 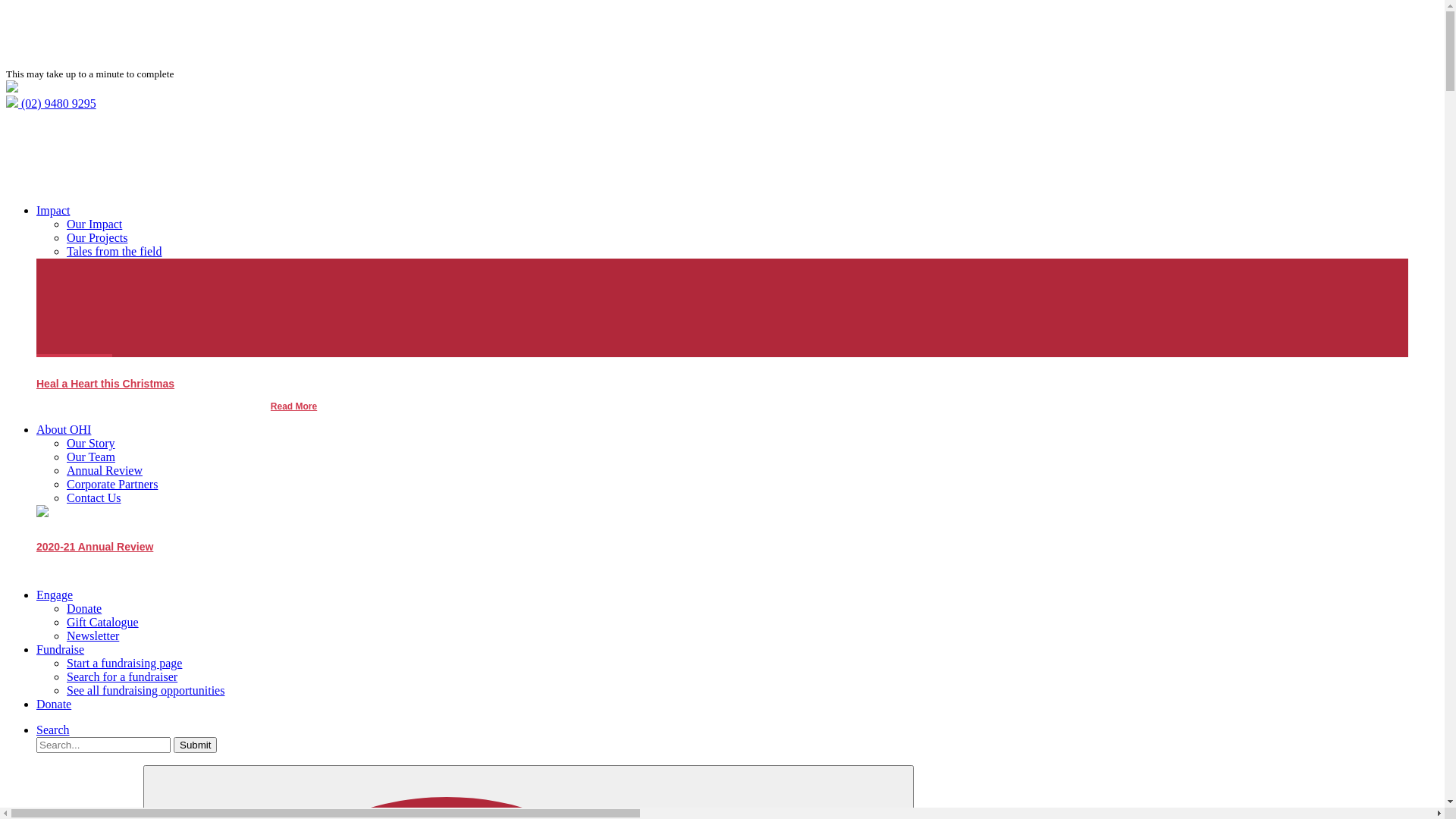 What do you see at coordinates (111, 484) in the screenshot?
I see `'Corporate Partners'` at bounding box center [111, 484].